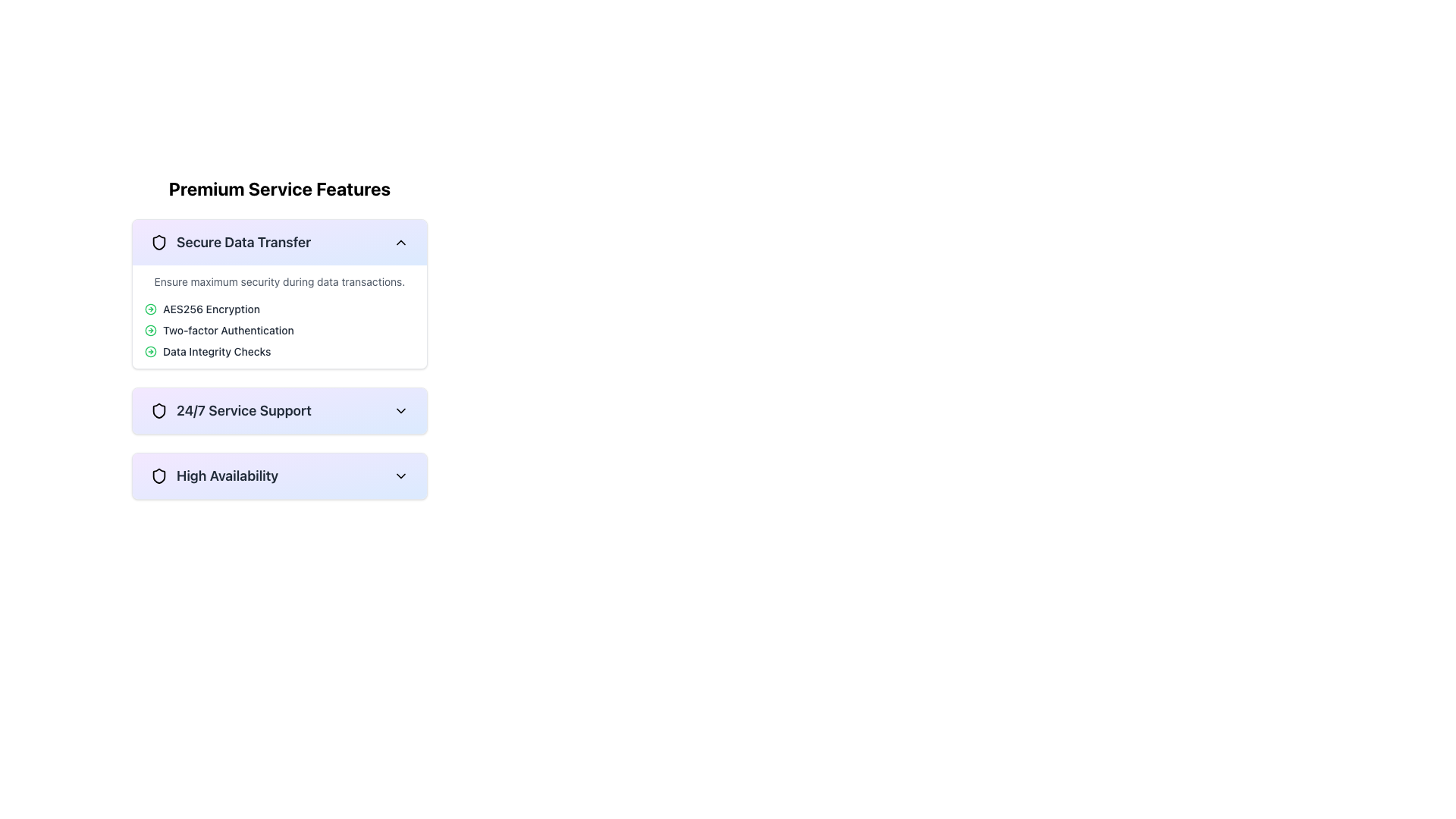  What do you see at coordinates (150, 329) in the screenshot?
I see `the circular shape component within the SVG icon located in the right section of the 'Secure Data Transfer' card for navigation` at bounding box center [150, 329].